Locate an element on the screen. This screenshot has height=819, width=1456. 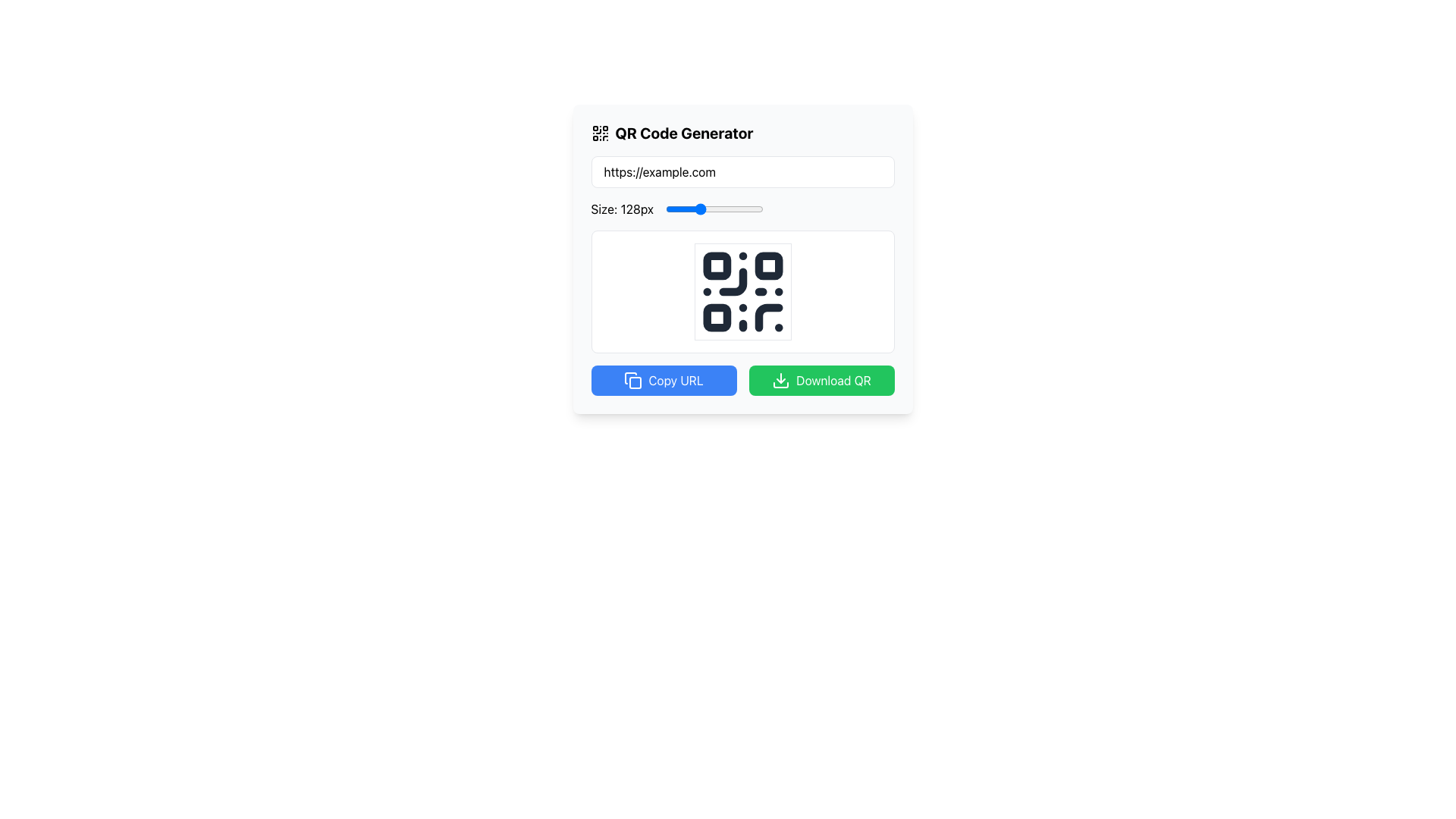
the copy icon element, which is a filled geometric shape with rounded corners located at the lower left section of the interface is located at coordinates (631, 377).